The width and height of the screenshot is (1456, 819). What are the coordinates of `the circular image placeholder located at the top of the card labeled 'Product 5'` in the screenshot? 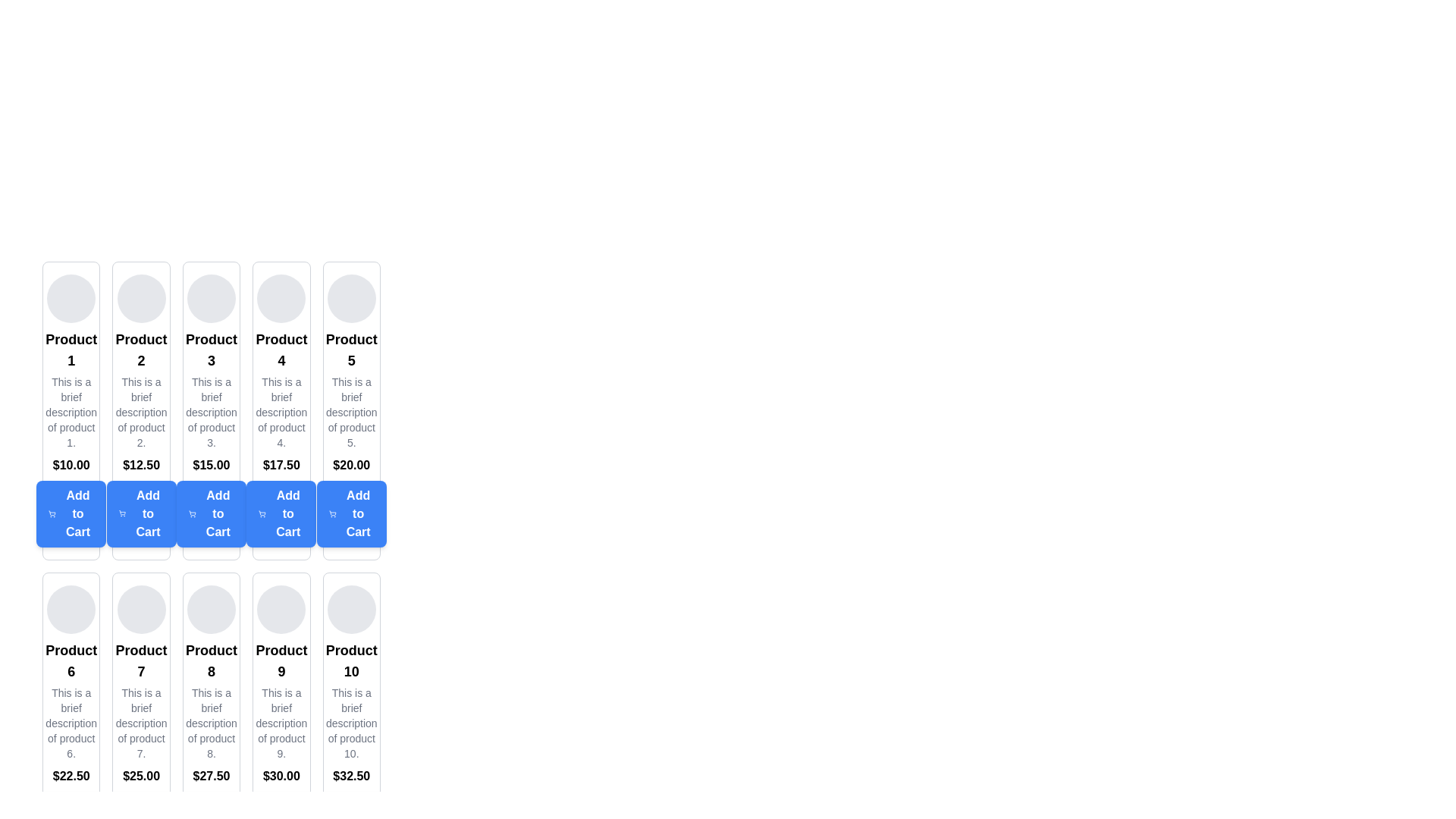 It's located at (350, 298).